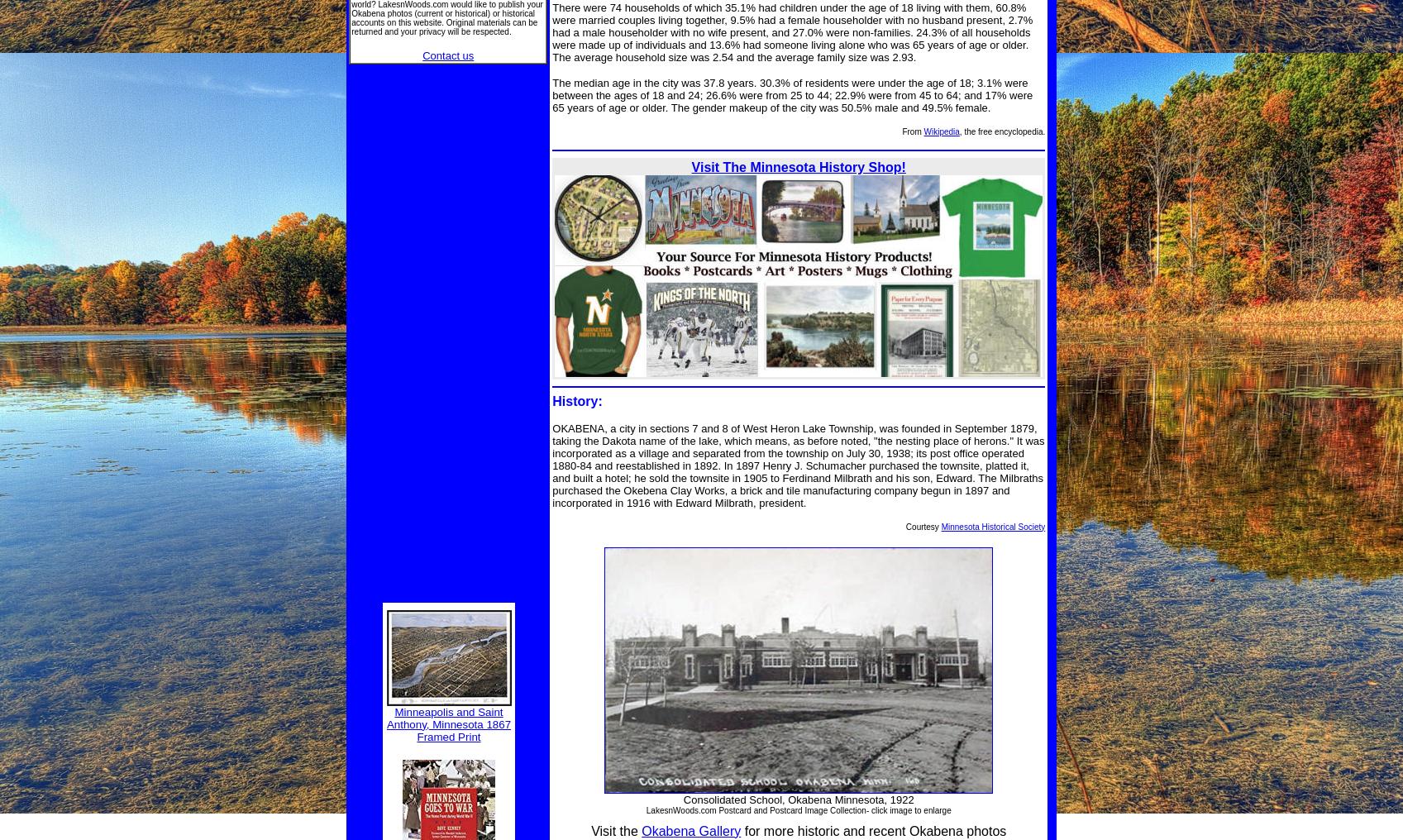 The height and width of the screenshot is (840, 1403). What do you see at coordinates (798, 166) in the screenshot?
I see `'Visit The 
				Minnesota History Shop!'` at bounding box center [798, 166].